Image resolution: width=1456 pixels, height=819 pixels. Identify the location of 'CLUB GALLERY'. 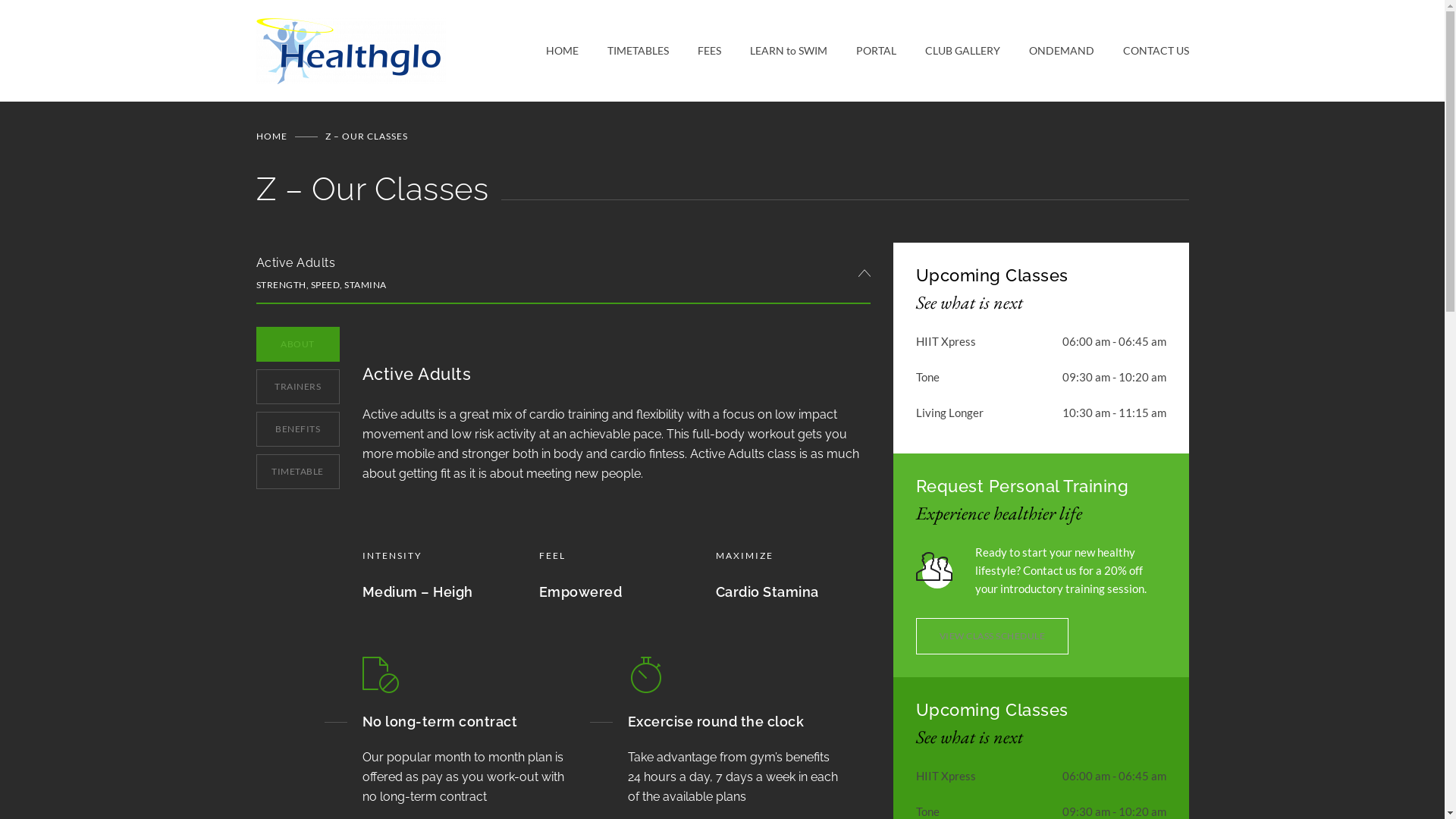
(947, 49).